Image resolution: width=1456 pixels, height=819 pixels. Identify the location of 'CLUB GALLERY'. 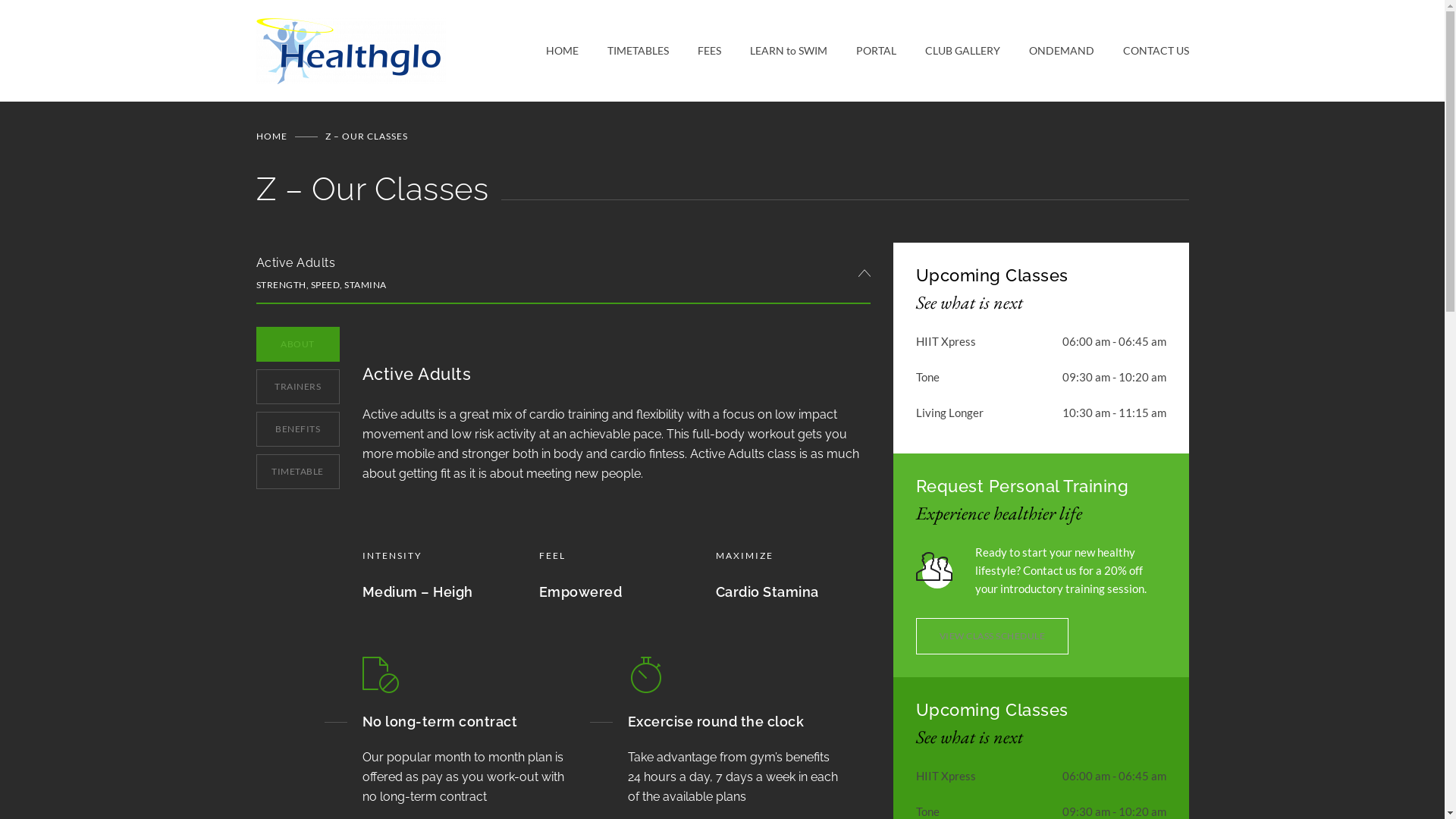
(947, 49).